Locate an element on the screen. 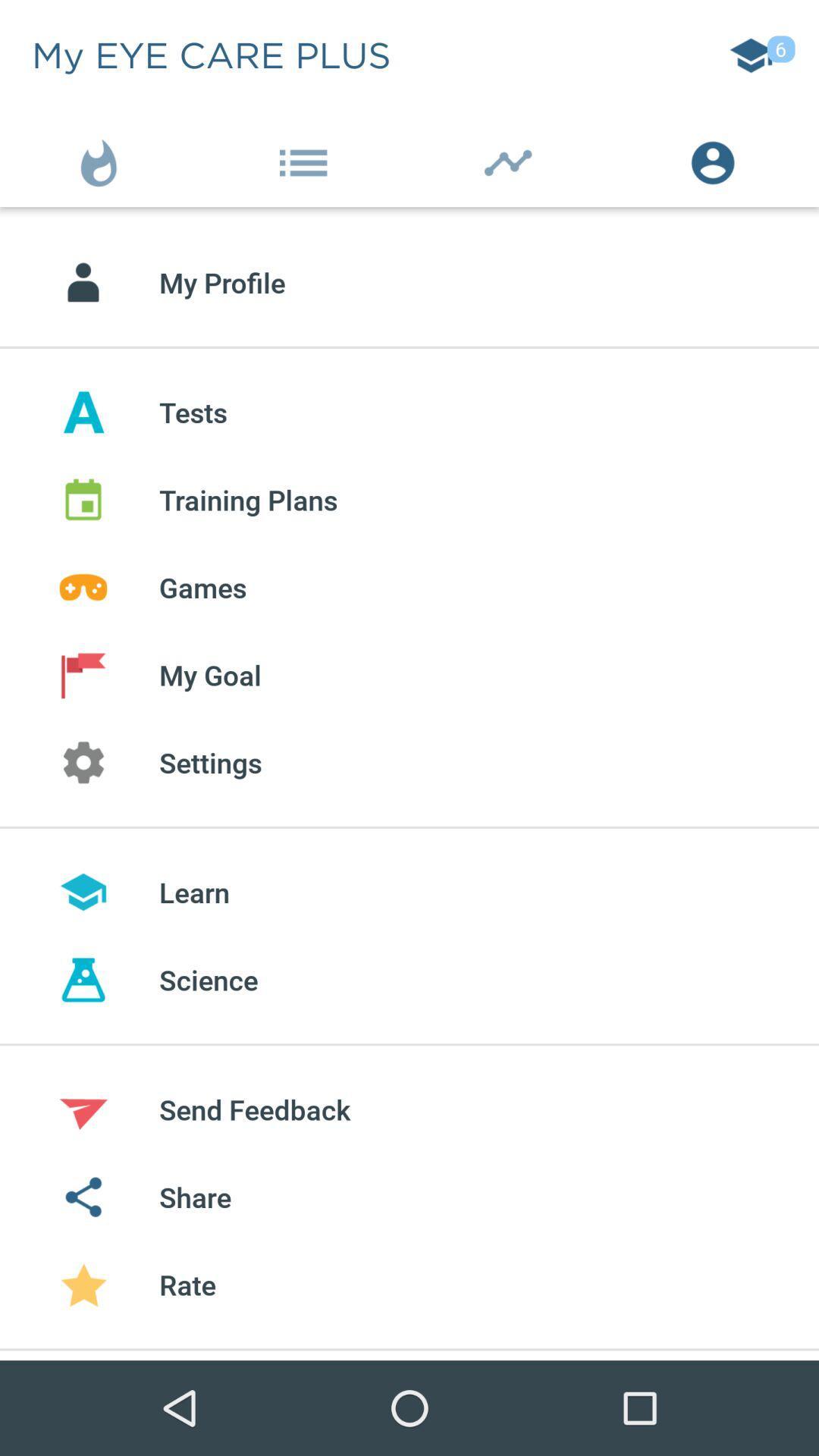 This screenshot has width=819, height=1456. the item to the left of the is located at coordinates (102, 159).